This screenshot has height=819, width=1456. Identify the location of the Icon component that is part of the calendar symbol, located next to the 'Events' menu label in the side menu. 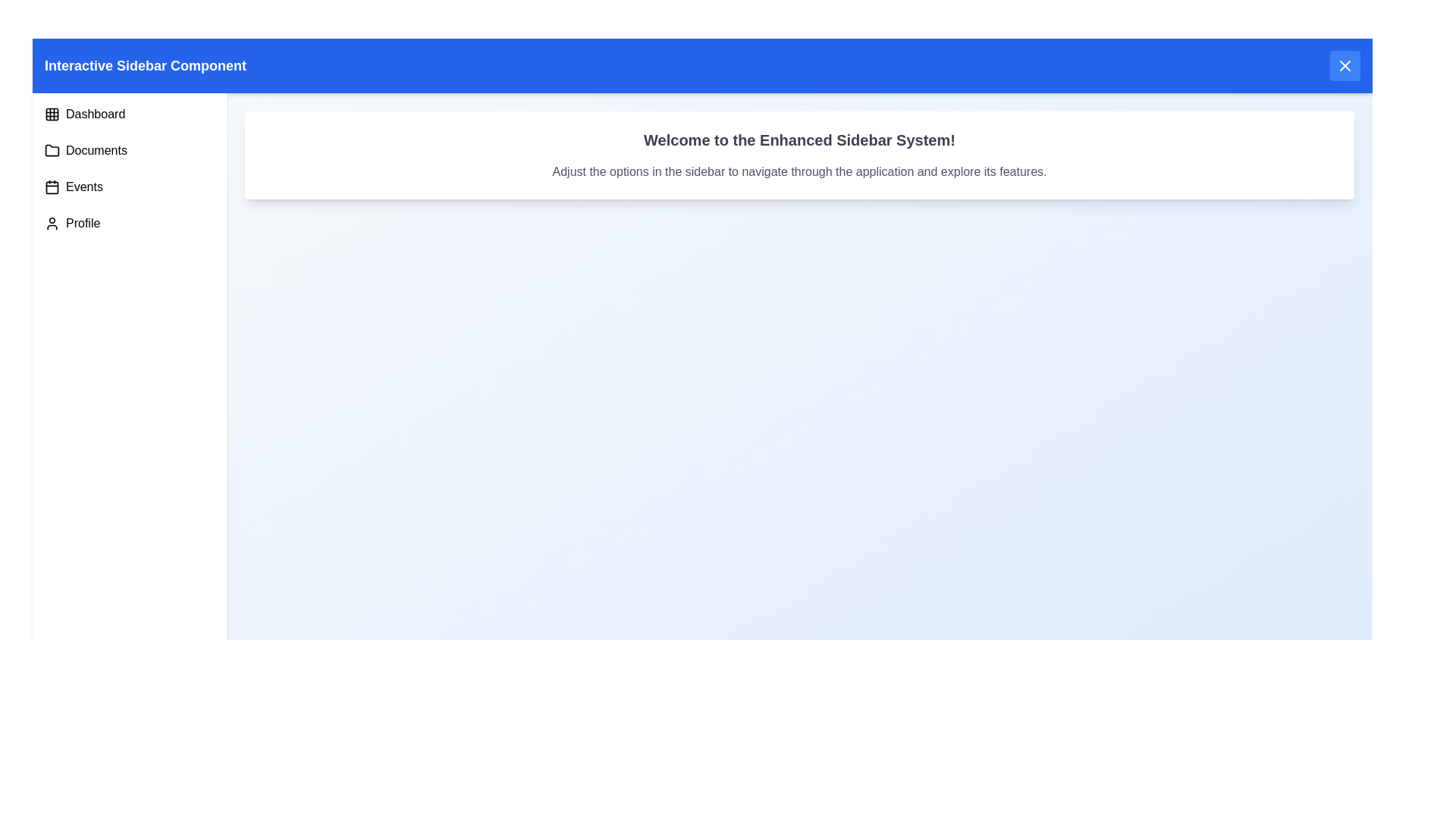
(52, 186).